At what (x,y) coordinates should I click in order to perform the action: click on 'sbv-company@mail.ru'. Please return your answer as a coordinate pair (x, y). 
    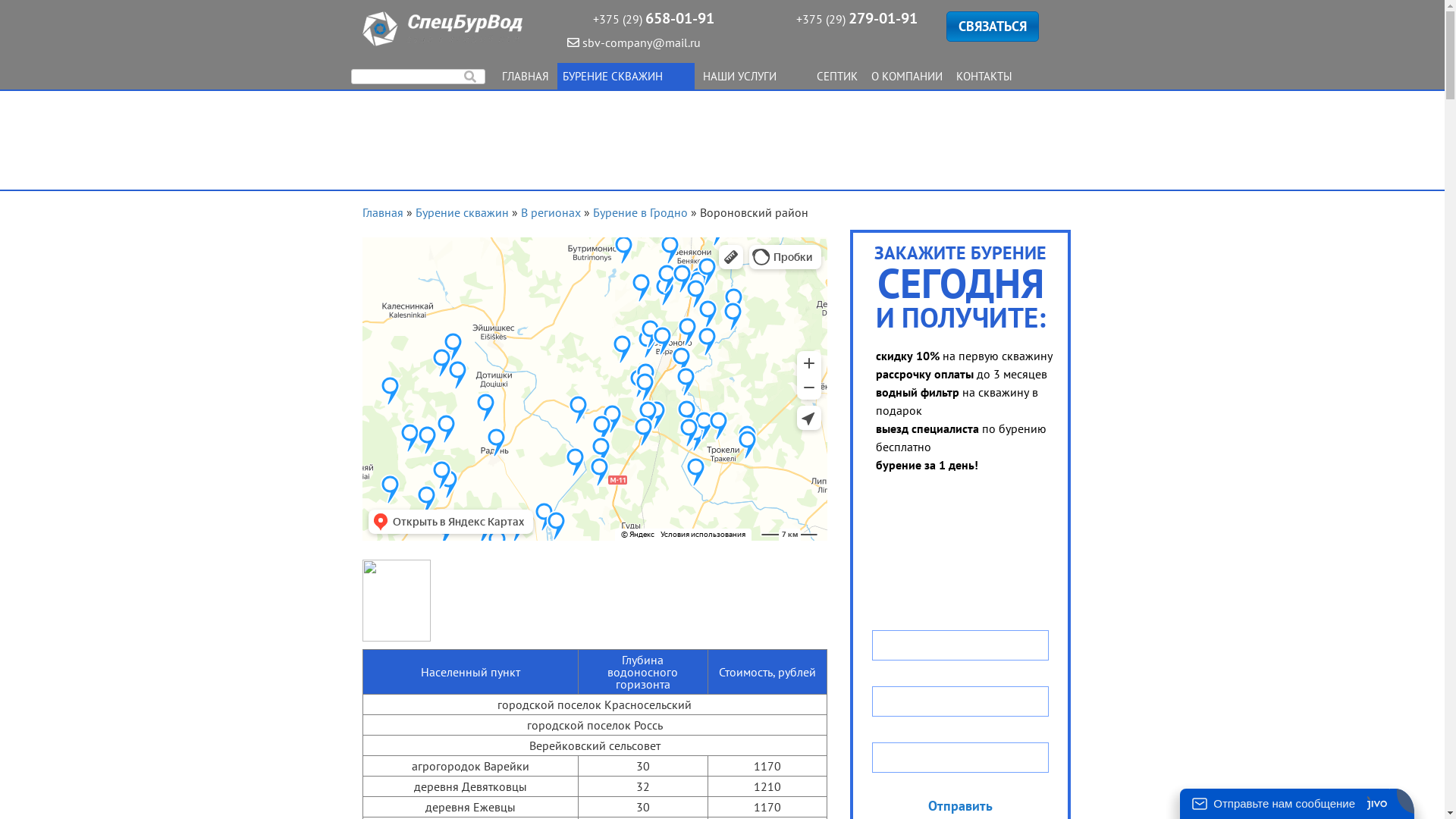
    Looking at the image, I should click on (566, 42).